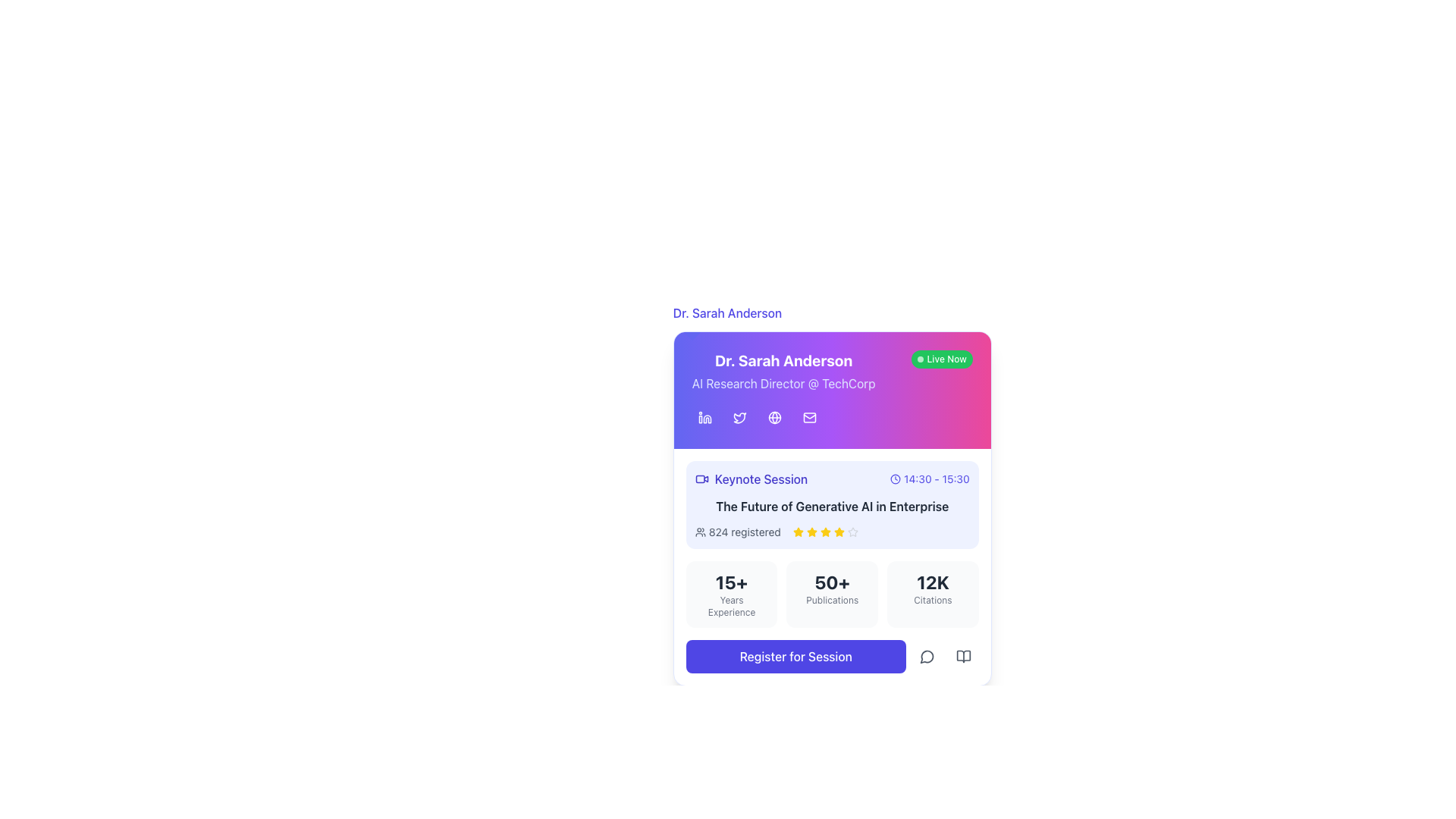  Describe the element at coordinates (838, 532) in the screenshot. I see `the fifth filled yellow star icon in the row of six stars for visual feedback` at that location.